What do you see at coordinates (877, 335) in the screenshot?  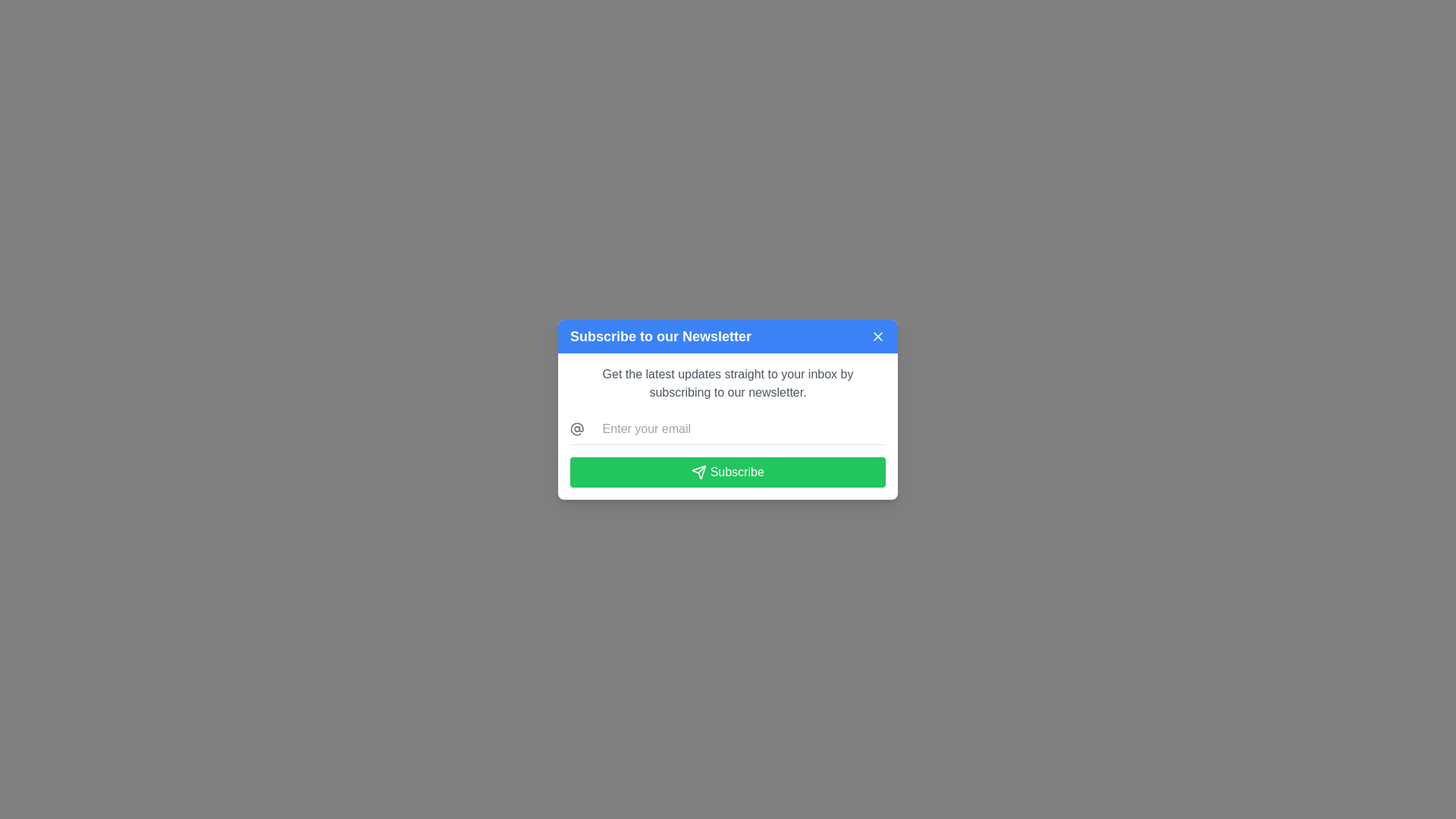 I see `the close button by clicking on the diagonal line forming part of the 'X' icon to close the modal dialog titled 'Subscribe to our Newsletter'` at bounding box center [877, 335].